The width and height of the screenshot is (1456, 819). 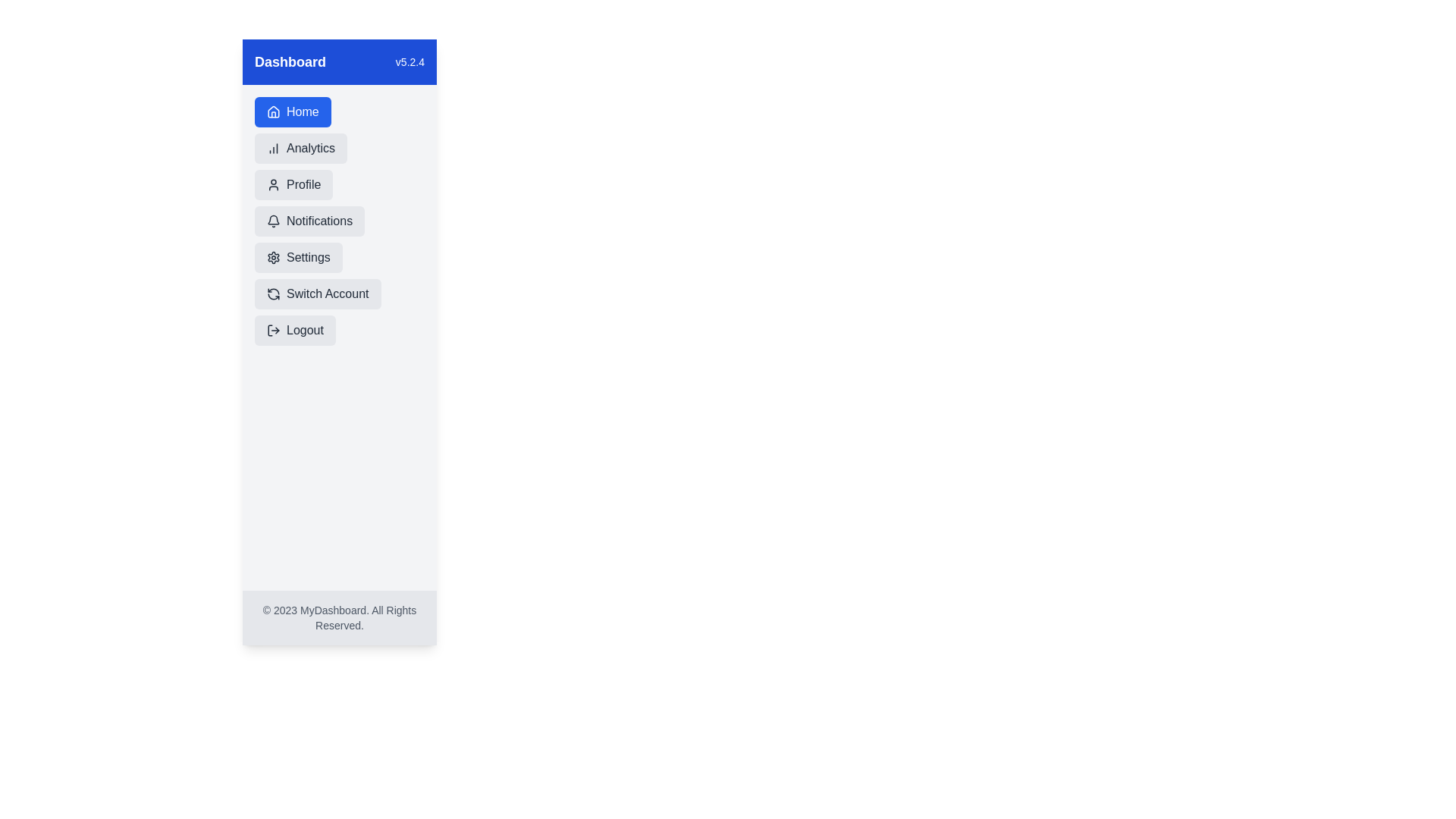 I want to click on the small black vector icon representing an increasing bar chart, located to the left of the word 'Analytics' in the second button of the vertical navigation menu, so click(x=273, y=149).